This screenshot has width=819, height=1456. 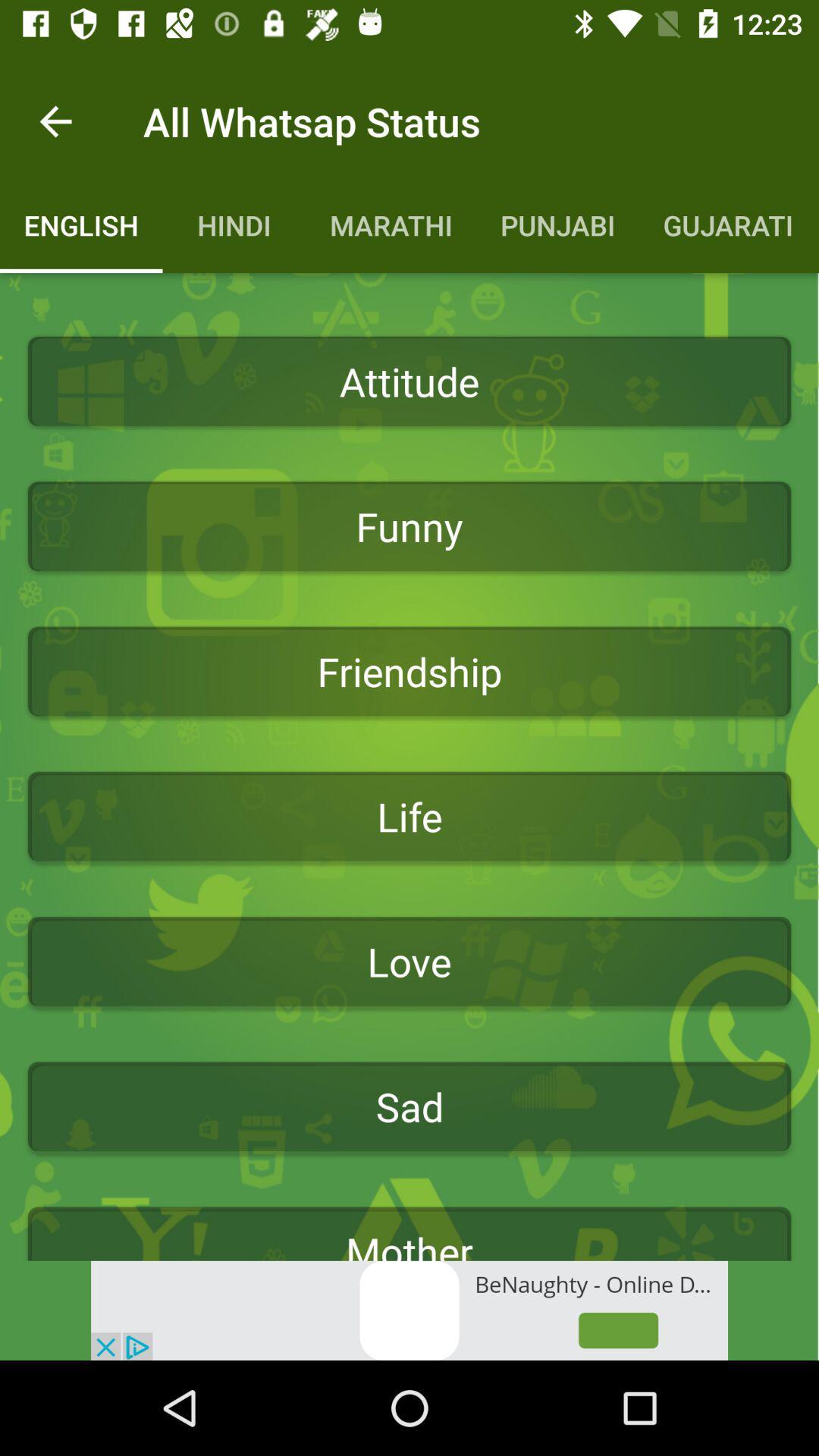 What do you see at coordinates (409, 1310) in the screenshot?
I see `see the advertisement` at bounding box center [409, 1310].